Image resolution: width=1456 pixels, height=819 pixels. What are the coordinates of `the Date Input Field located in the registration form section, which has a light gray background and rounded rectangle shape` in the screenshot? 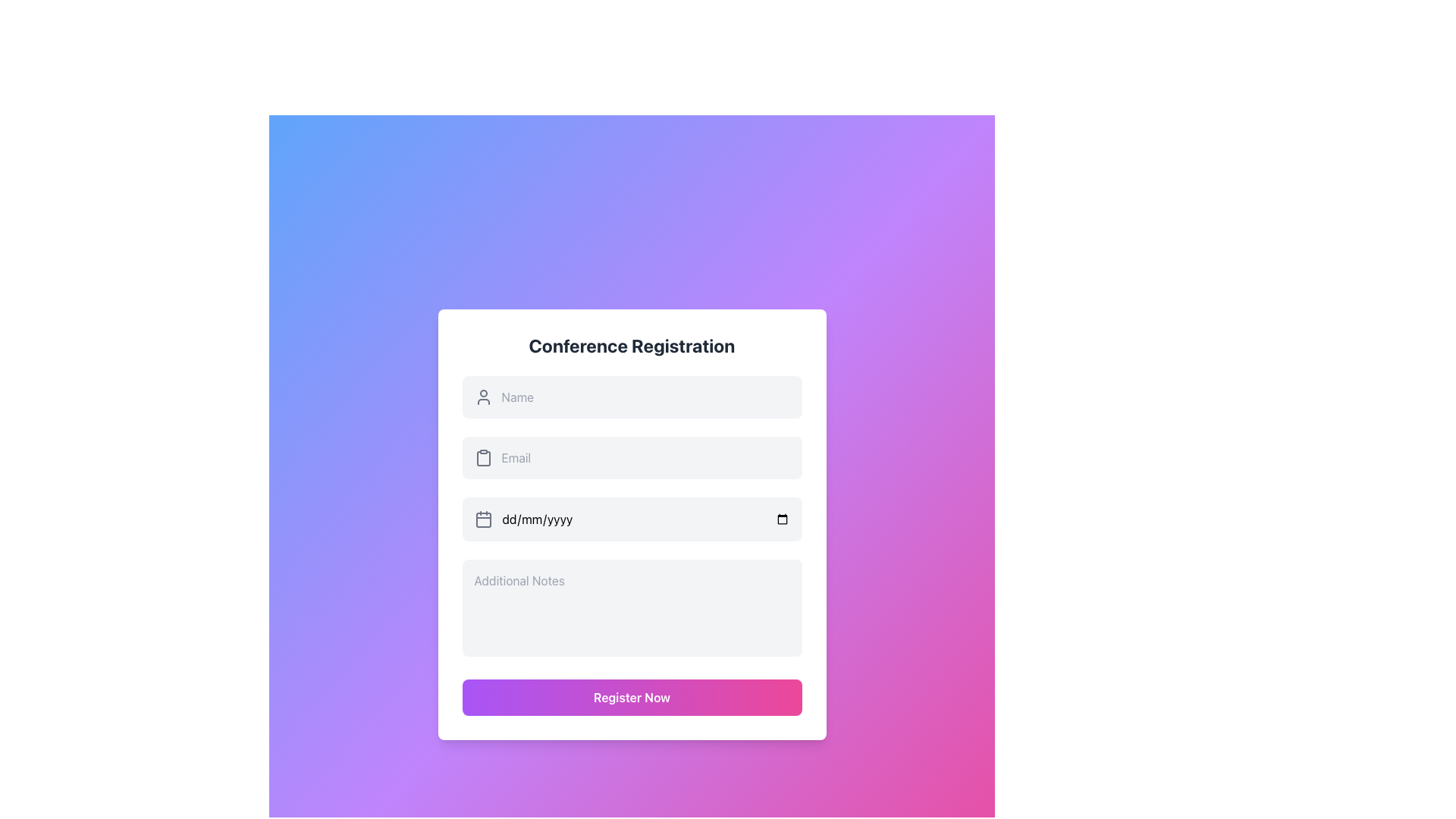 It's located at (632, 519).